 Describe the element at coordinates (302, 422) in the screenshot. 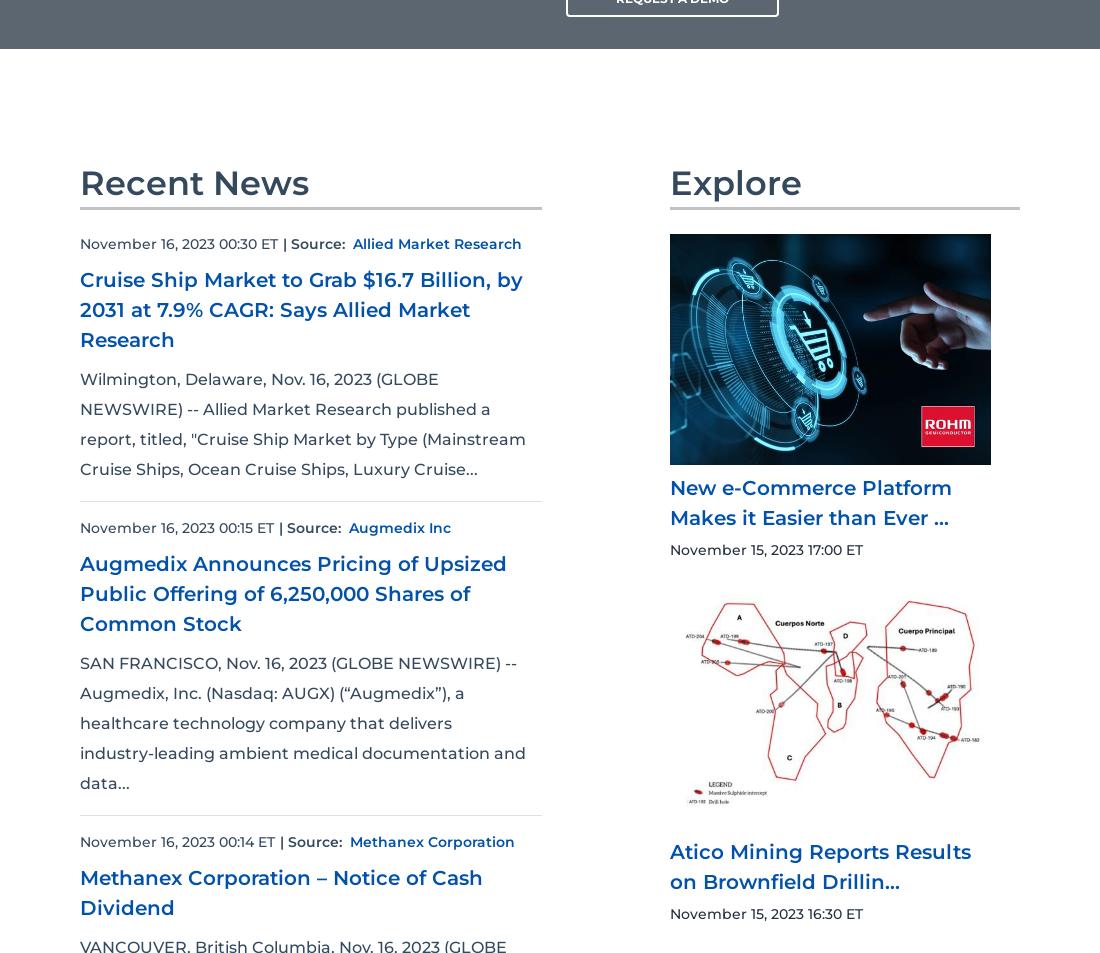

I see `'Wilmington, Delaware, Nov.  16, 2023  (GLOBE NEWSWIRE) -- Allied Market Research published a report, titled, "Cruise Ship Market by Type (Mainstream Cruise Ships, Ocean Cruise Ships, Luxury Cruise...'` at that location.